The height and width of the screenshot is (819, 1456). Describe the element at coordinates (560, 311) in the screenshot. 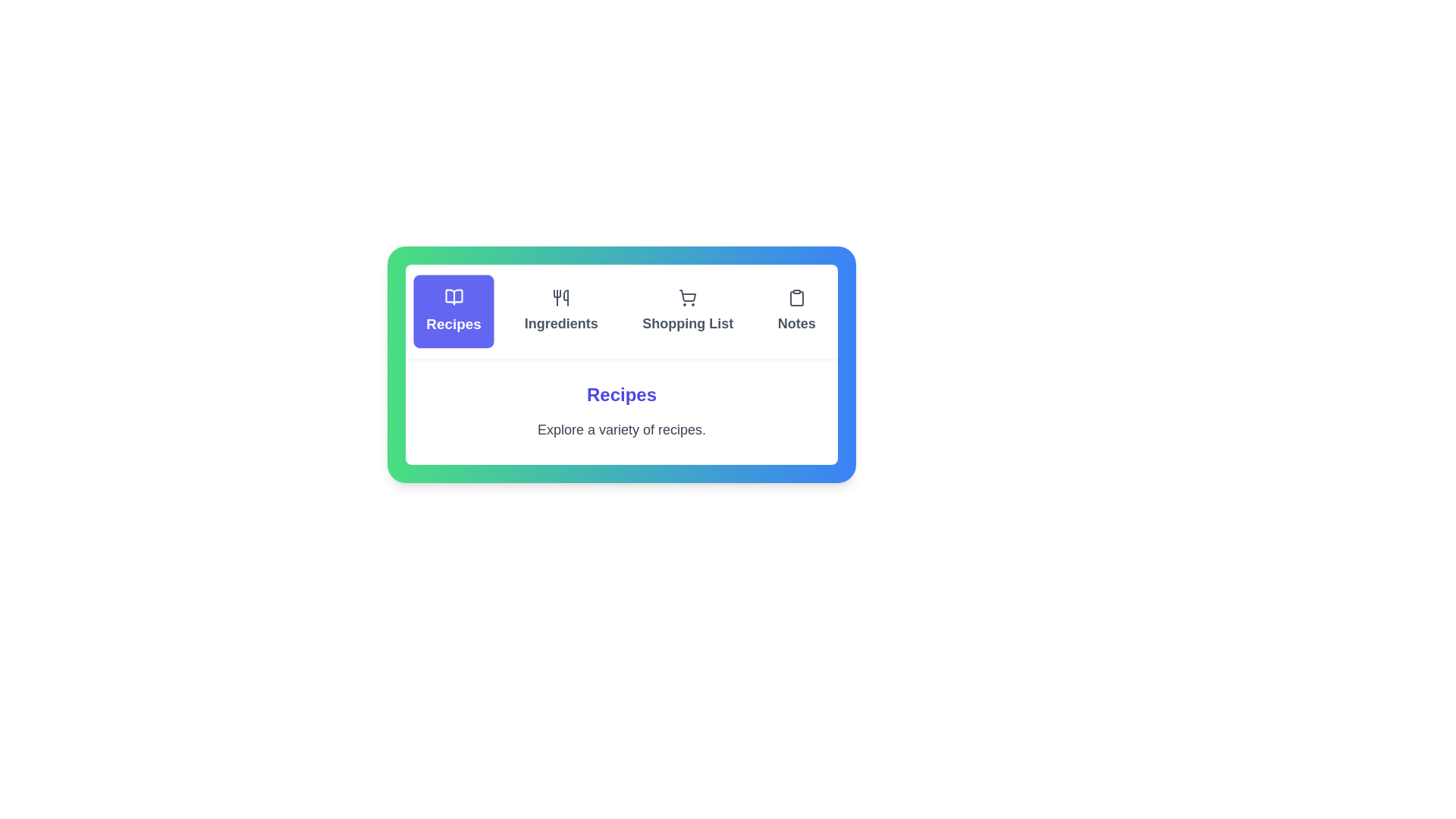

I see `the Ingredients tab by clicking on it` at that location.